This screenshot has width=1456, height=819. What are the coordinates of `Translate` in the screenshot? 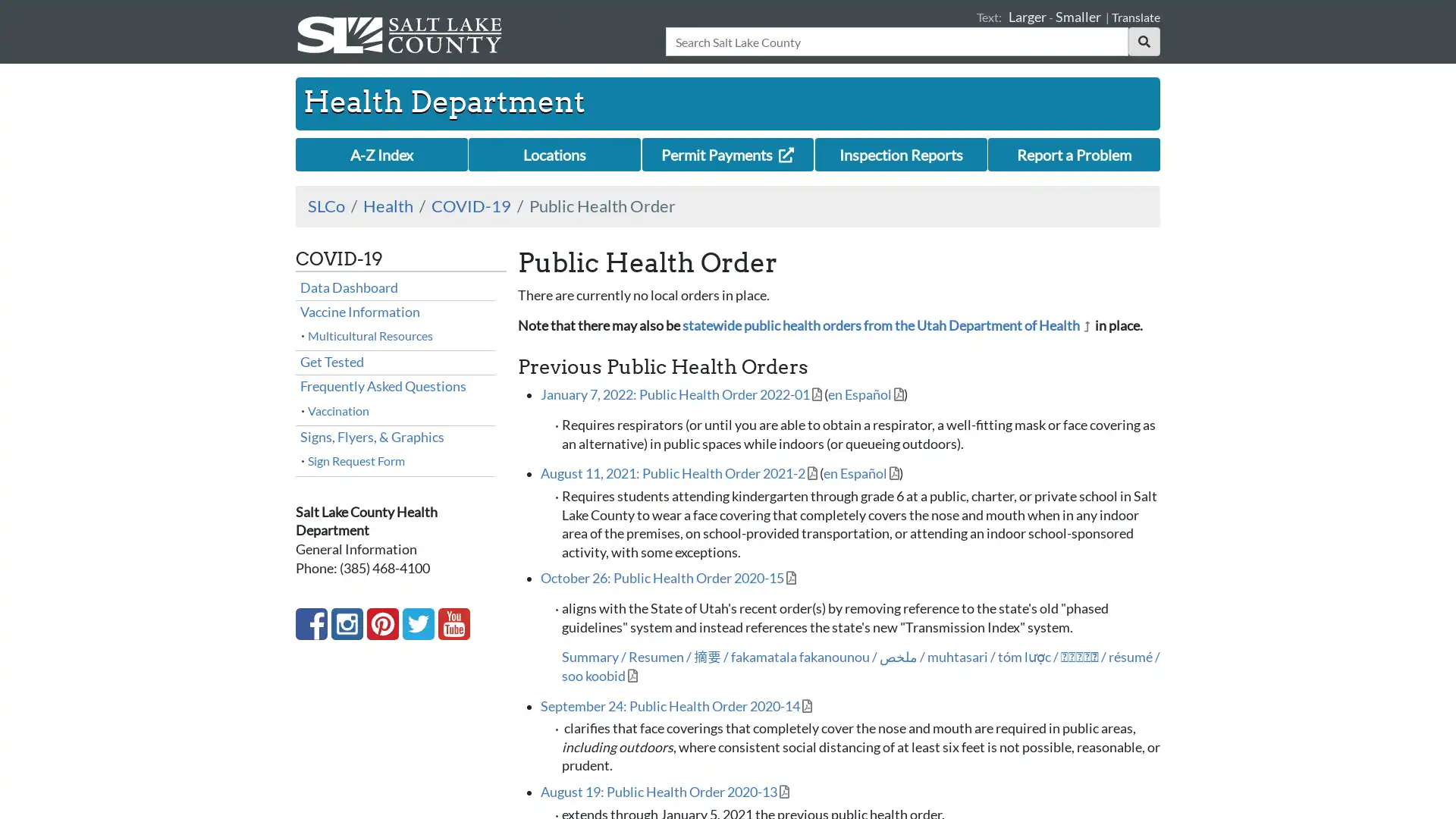 It's located at (1135, 17).